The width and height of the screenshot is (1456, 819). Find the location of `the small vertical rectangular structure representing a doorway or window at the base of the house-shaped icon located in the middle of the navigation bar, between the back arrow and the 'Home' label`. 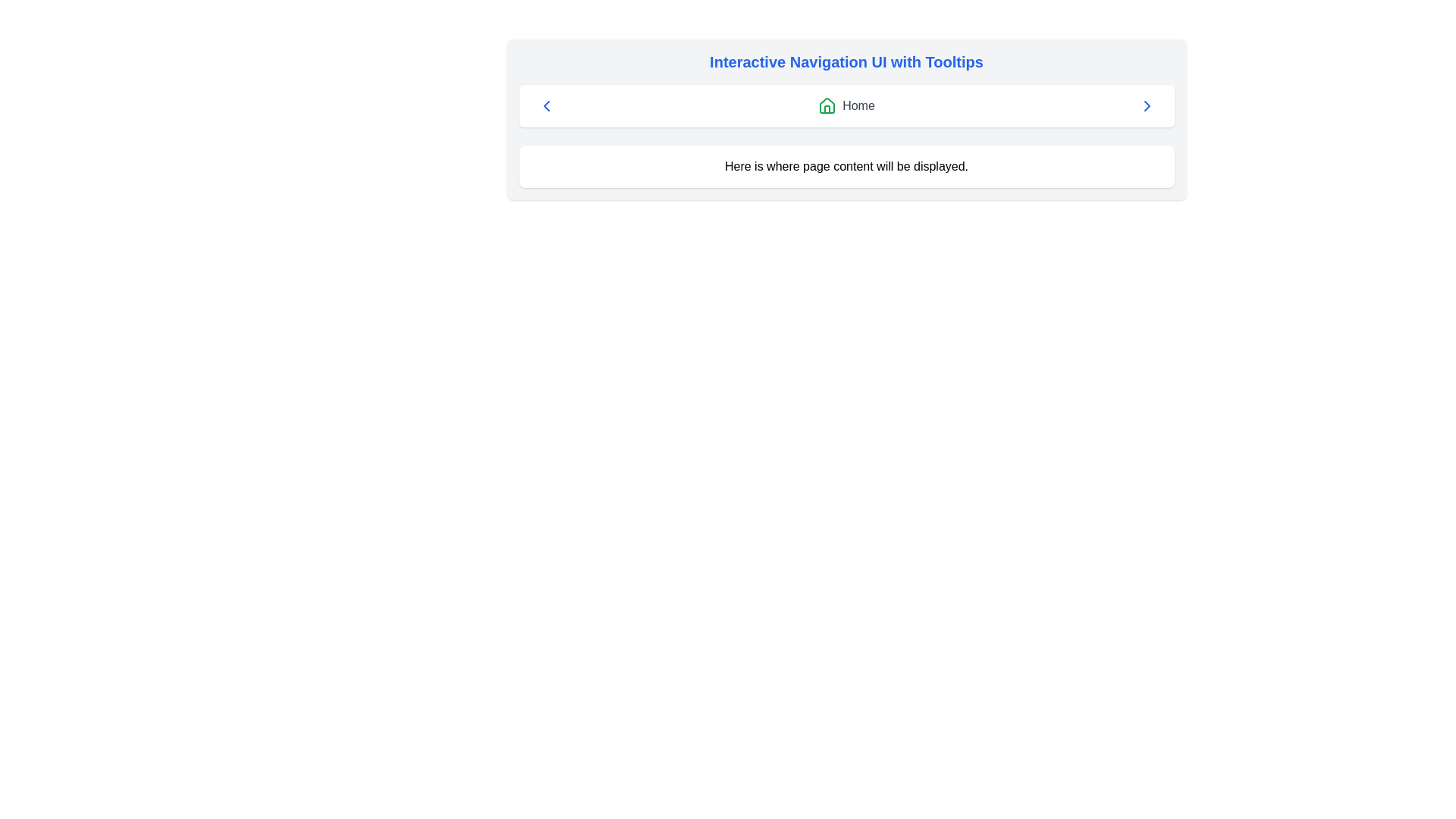

the small vertical rectangular structure representing a doorway or window at the base of the house-shaped icon located in the middle of the navigation bar, between the back arrow and the 'Home' label is located at coordinates (827, 108).